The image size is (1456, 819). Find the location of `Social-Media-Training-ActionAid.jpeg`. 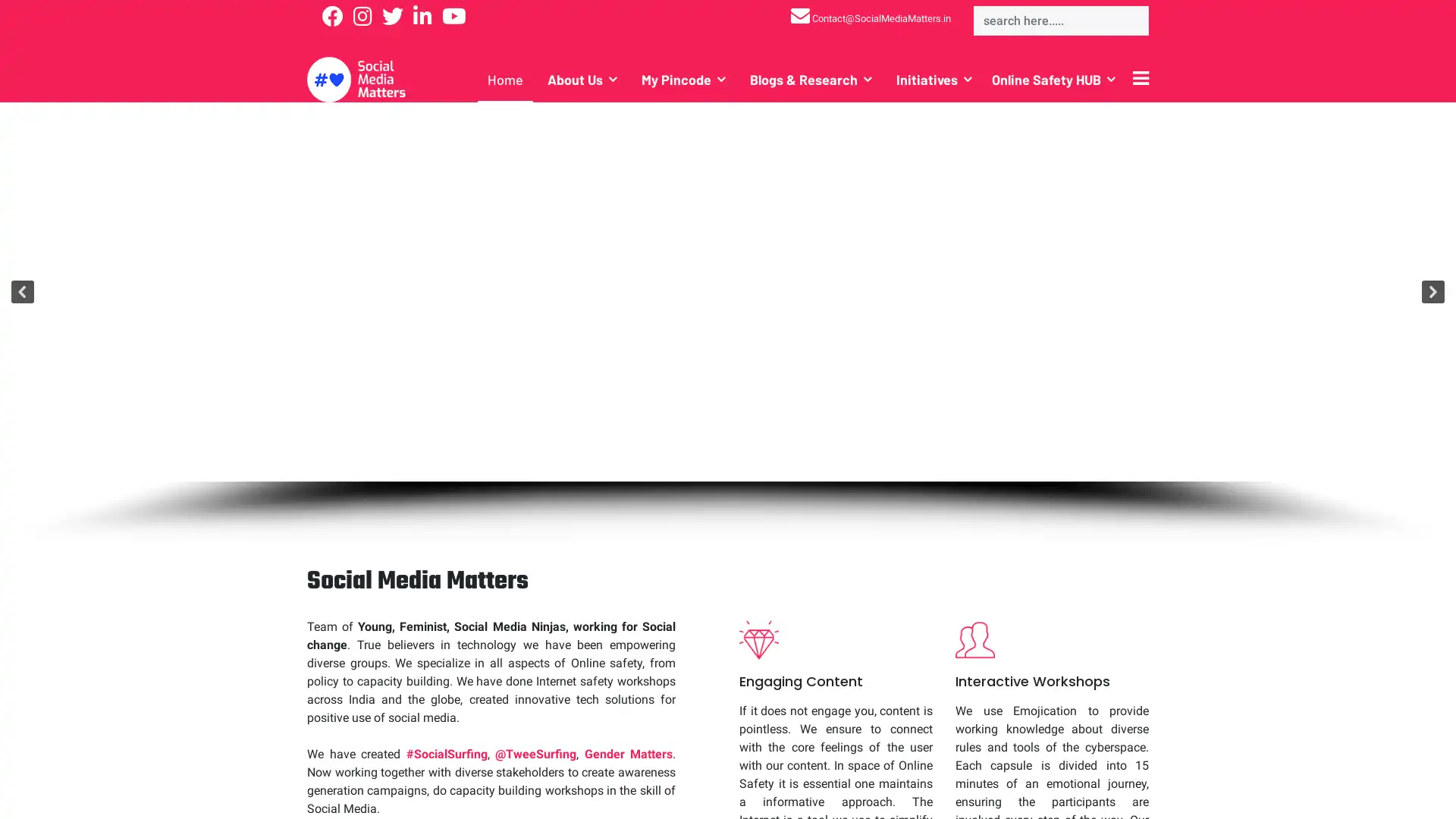

Social-Media-Training-ActionAid.jpeg is located at coordinates (775, 466).